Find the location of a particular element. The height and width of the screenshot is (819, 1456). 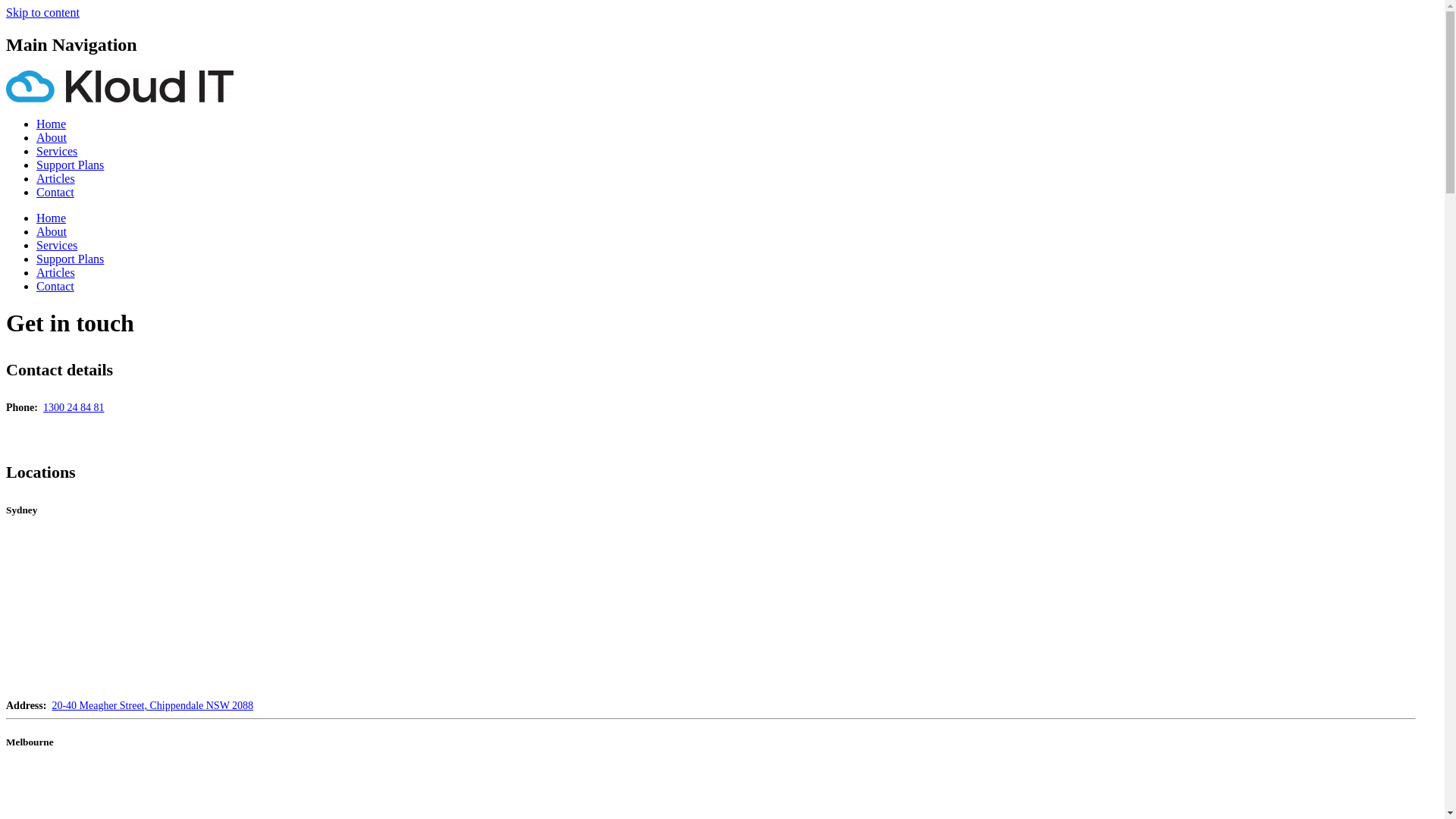

'Articles' is located at coordinates (36, 271).